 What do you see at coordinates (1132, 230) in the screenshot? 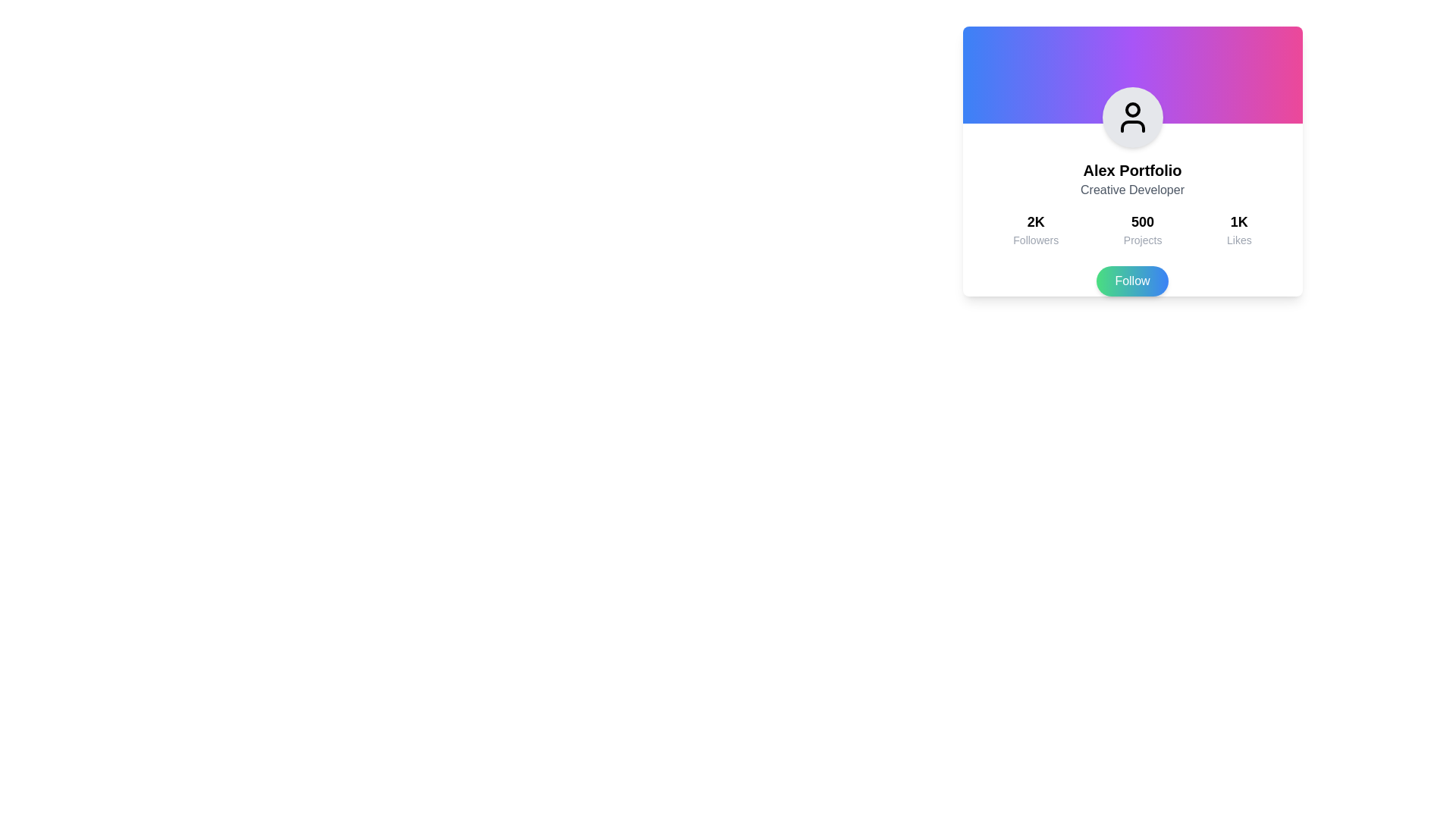
I see `displayed information from the middle informational block showing '500 Projects'` at bounding box center [1132, 230].